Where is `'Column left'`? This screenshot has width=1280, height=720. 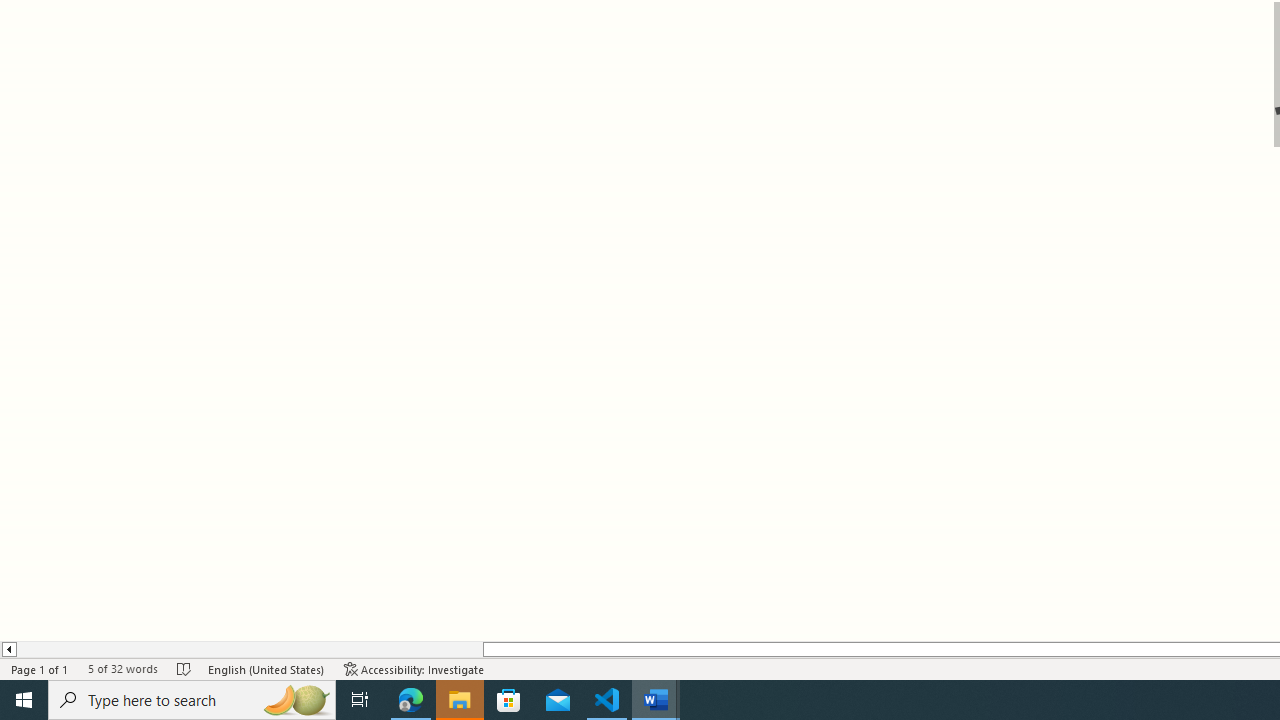 'Column left' is located at coordinates (8, 649).